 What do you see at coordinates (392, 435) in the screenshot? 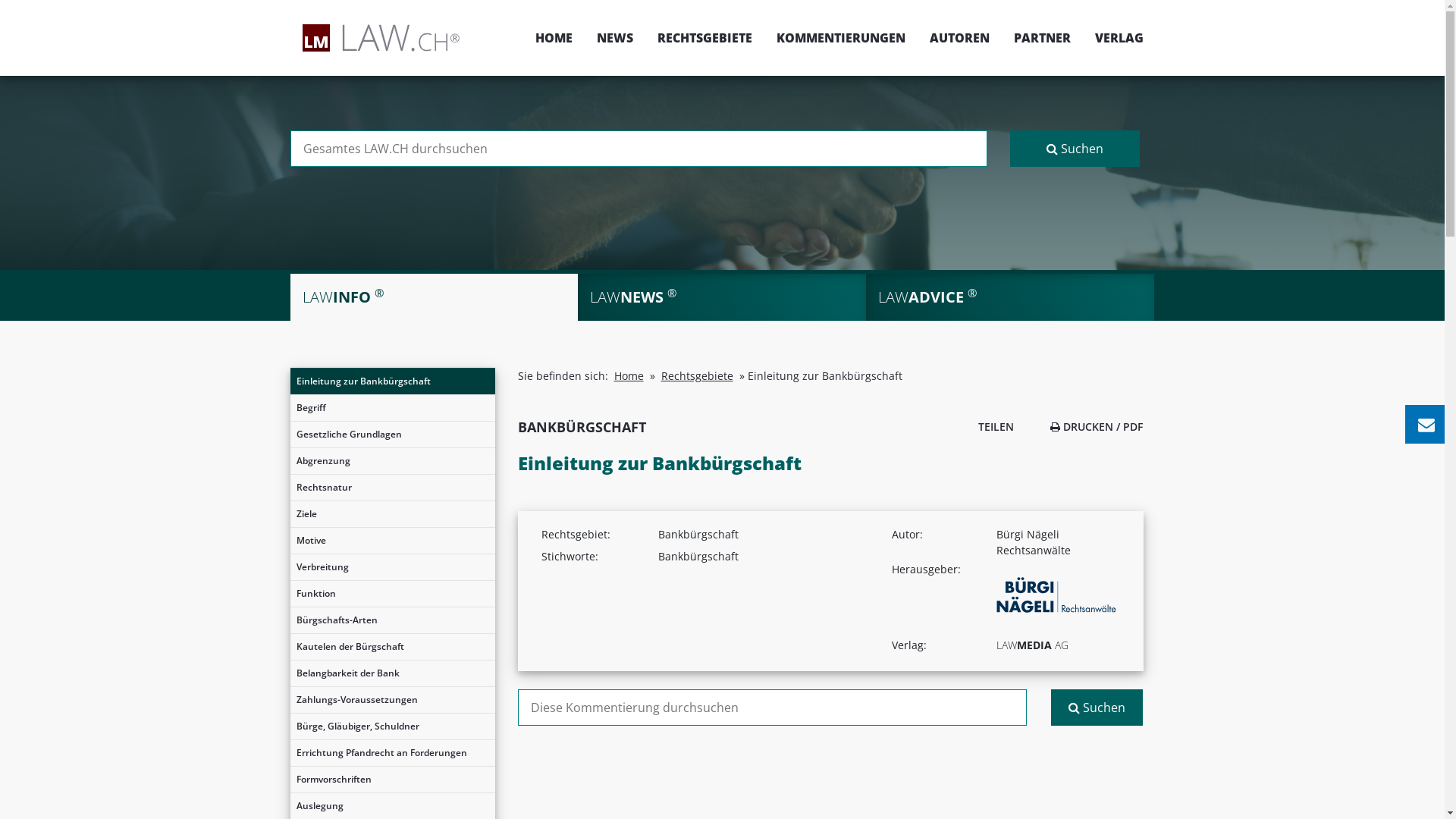
I see `'Gesetzliche Grundlagen'` at bounding box center [392, 435].